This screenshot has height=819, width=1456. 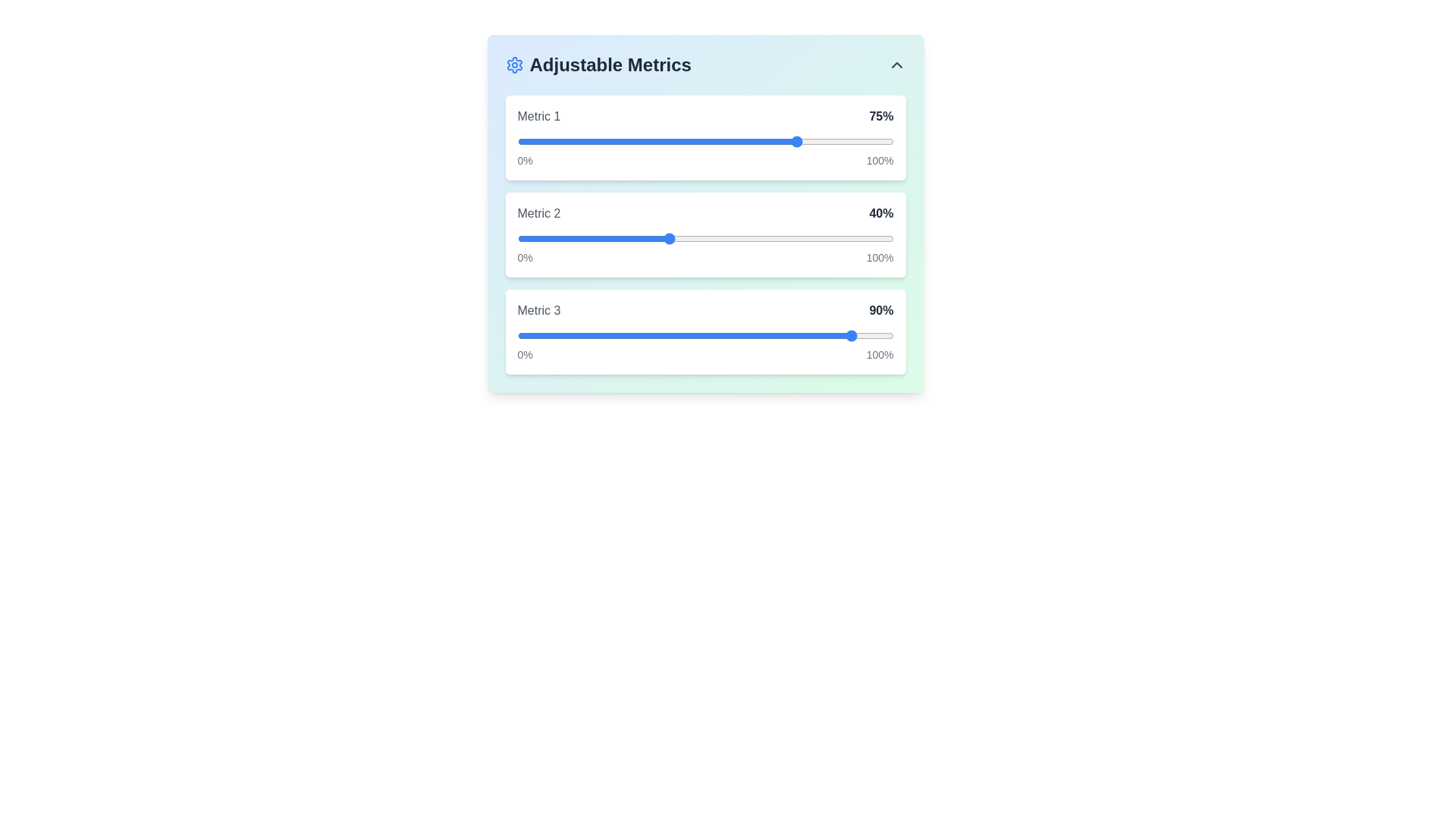 I want to click on the Metric 1 slider, so click(x=599, y=141).